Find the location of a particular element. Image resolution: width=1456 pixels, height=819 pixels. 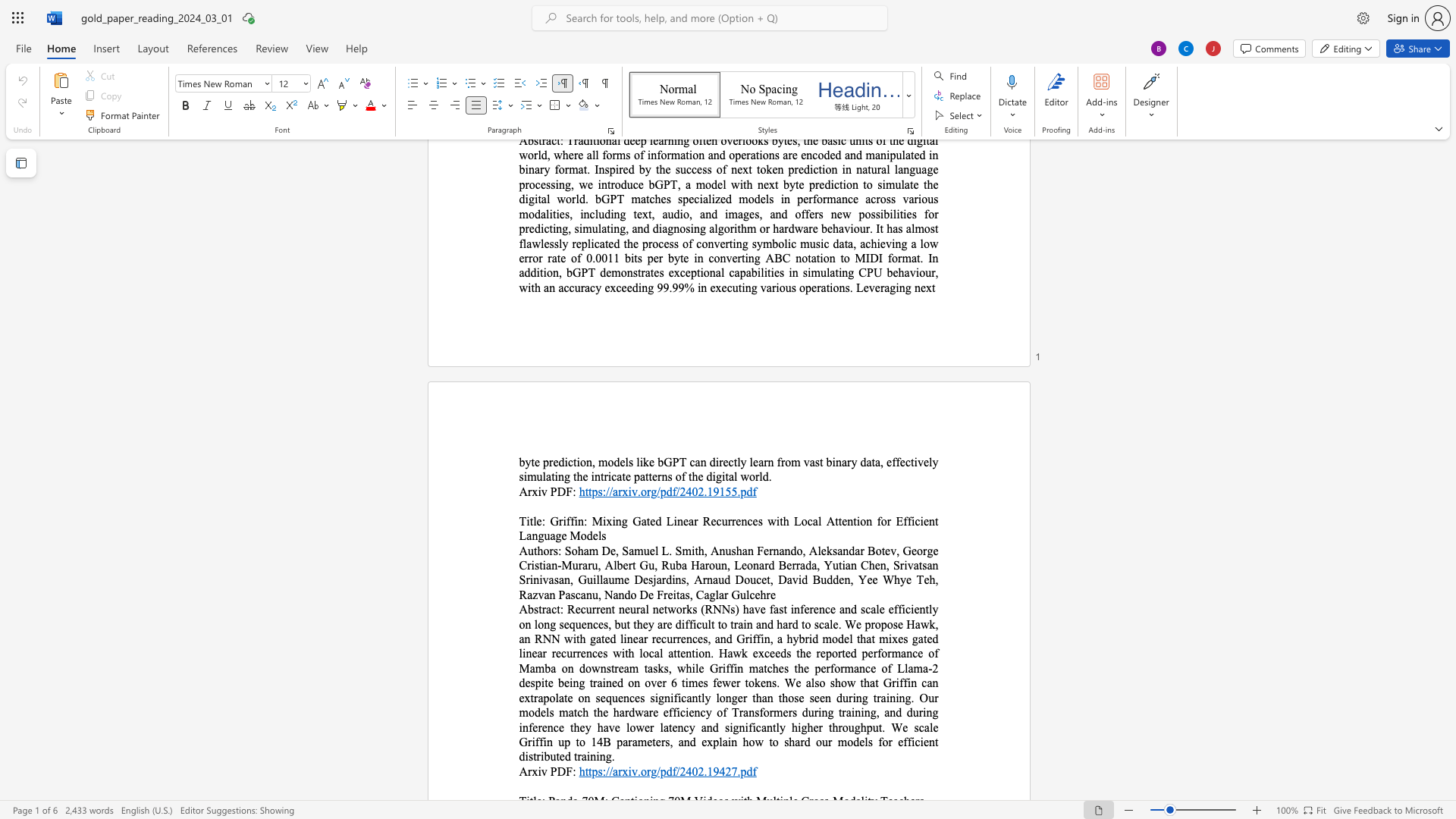

the 1th character "i" in the text is located at coordinates (539, 771).